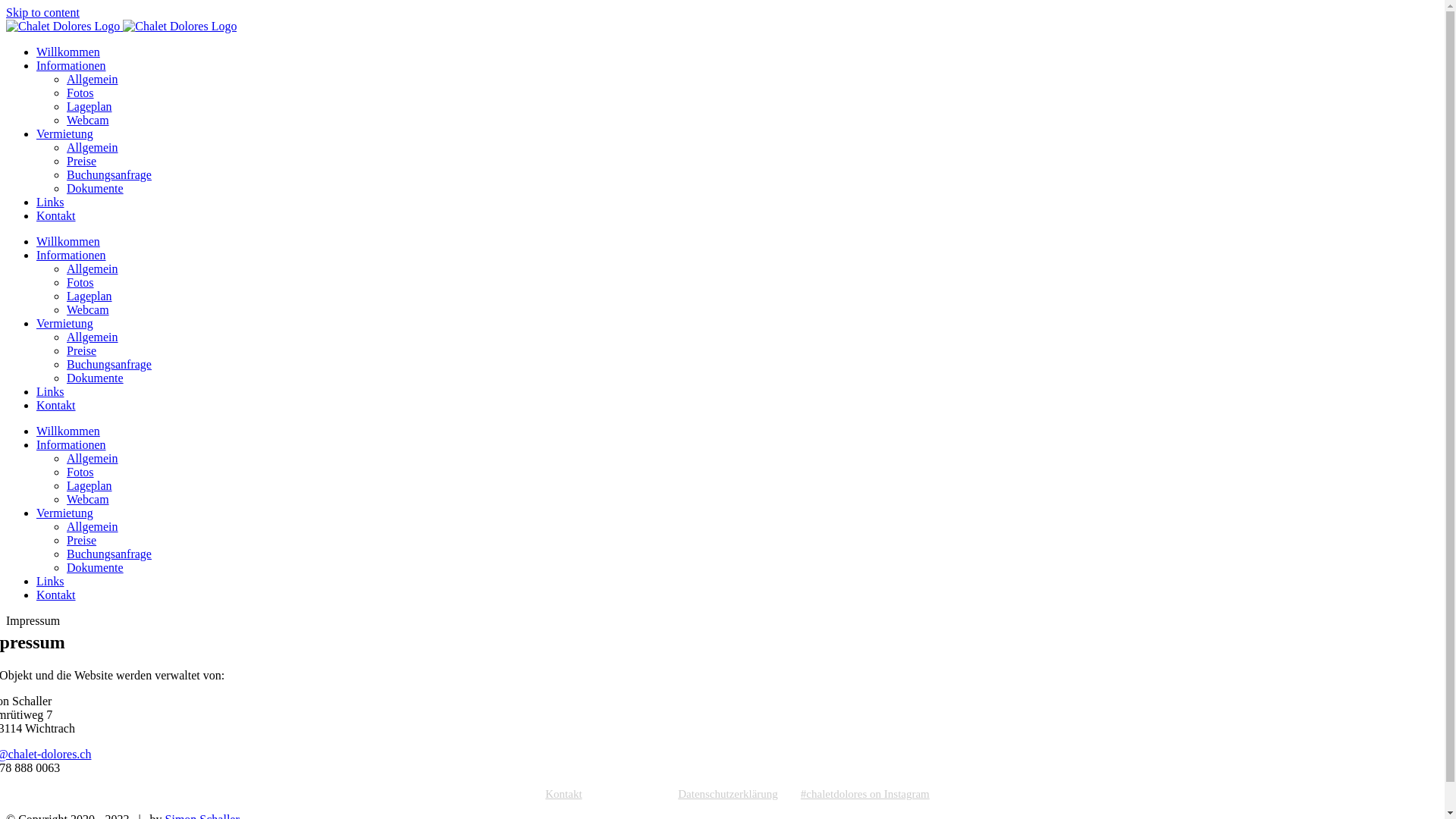 This screenshot has width=1456, height=819. Describe the element at coordinates (50, 580) in the screenshot. I see `'Links'` at that location.